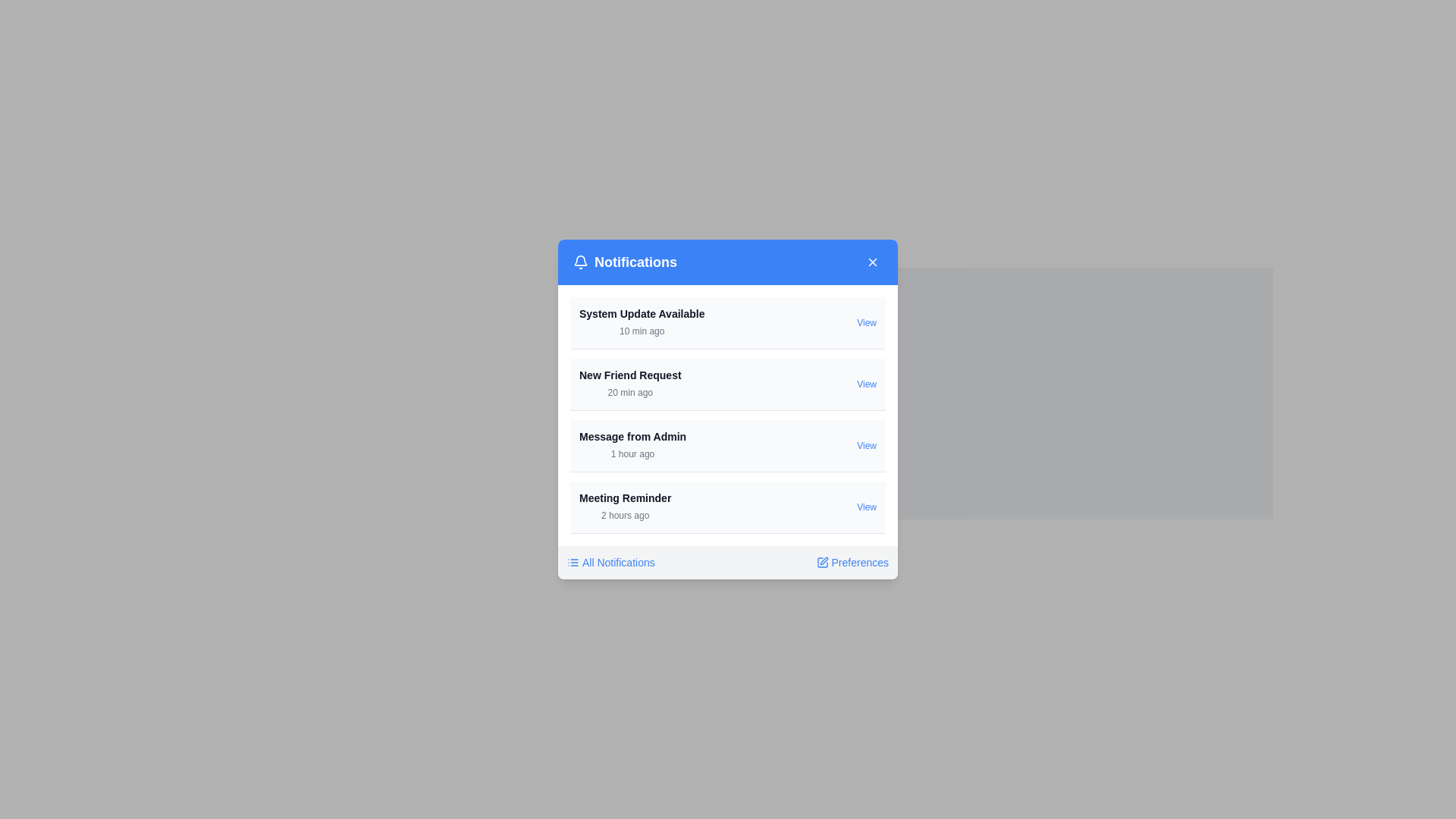 The image size is (1456, 819). What do you see at coordinates (610, 562) in the screenshot?
I see `the navigational link with an accompanying icon located in the footer section, to the left and slightly above the 'Preferences' element` at bounding box center [610, 562].